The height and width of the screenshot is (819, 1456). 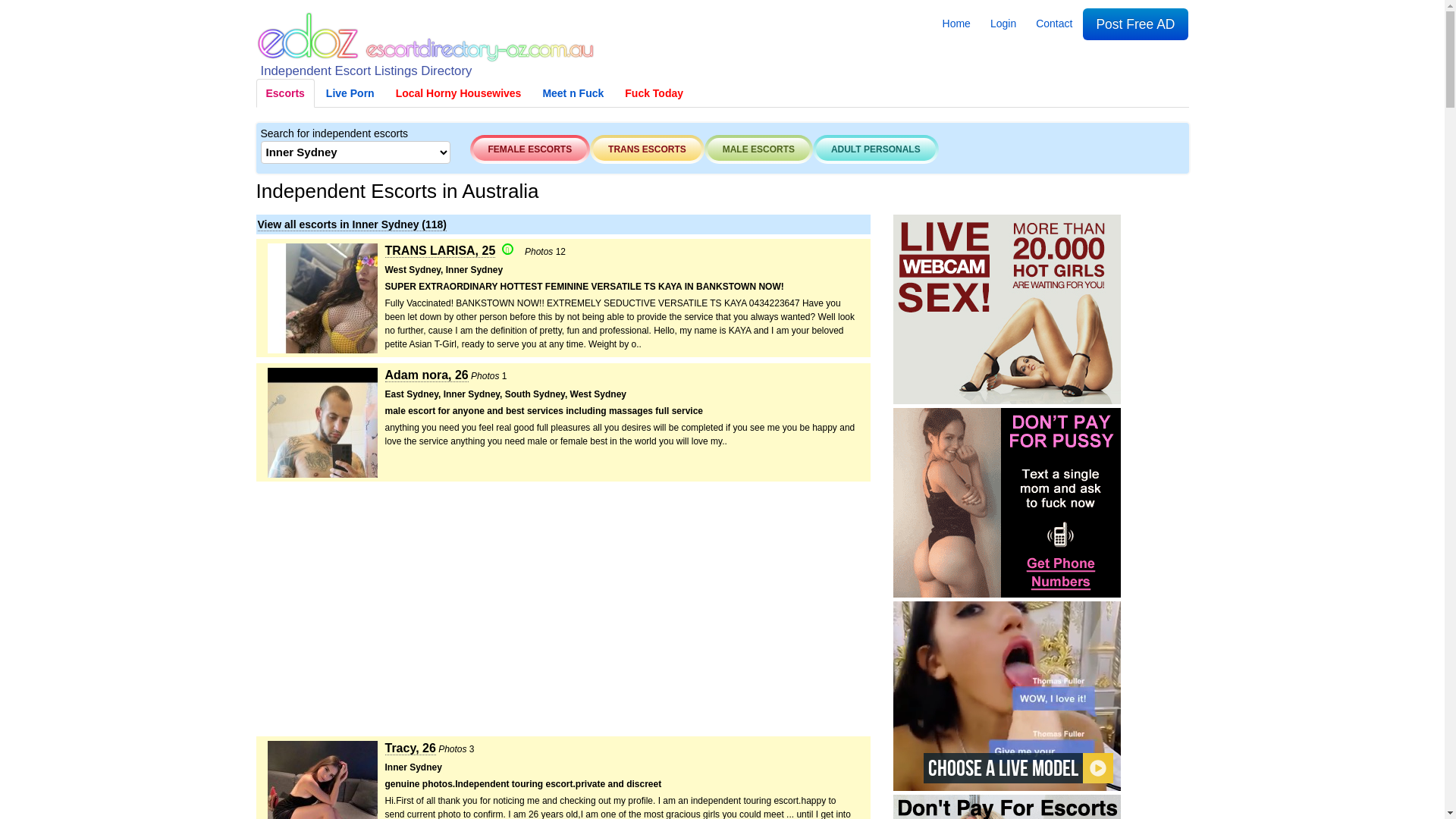 I want to click on 'FEMALE ESCORTS', so click(x=530, y=149).